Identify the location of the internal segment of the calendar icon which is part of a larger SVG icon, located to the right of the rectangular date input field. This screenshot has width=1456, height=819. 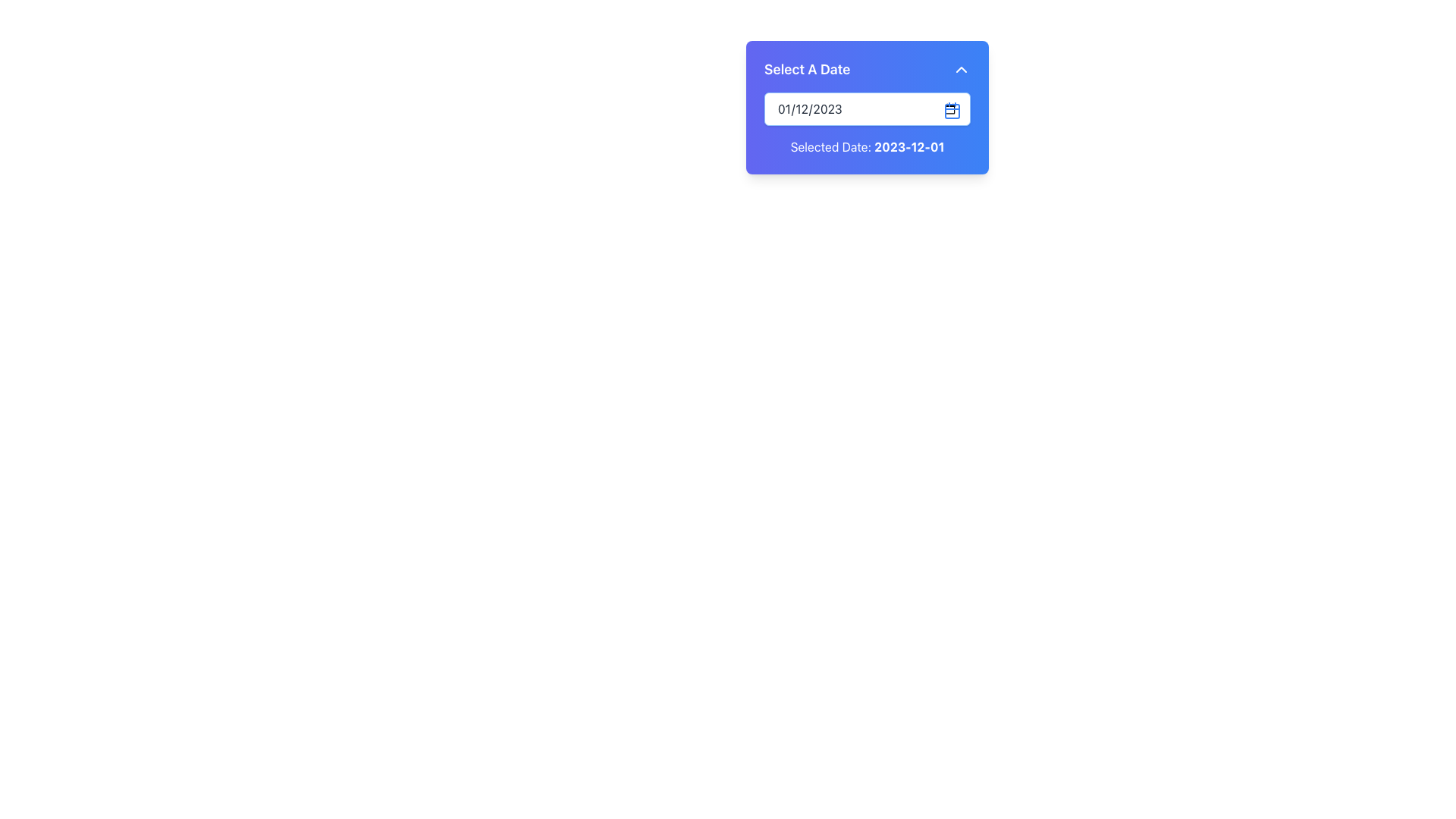
(952, 110).